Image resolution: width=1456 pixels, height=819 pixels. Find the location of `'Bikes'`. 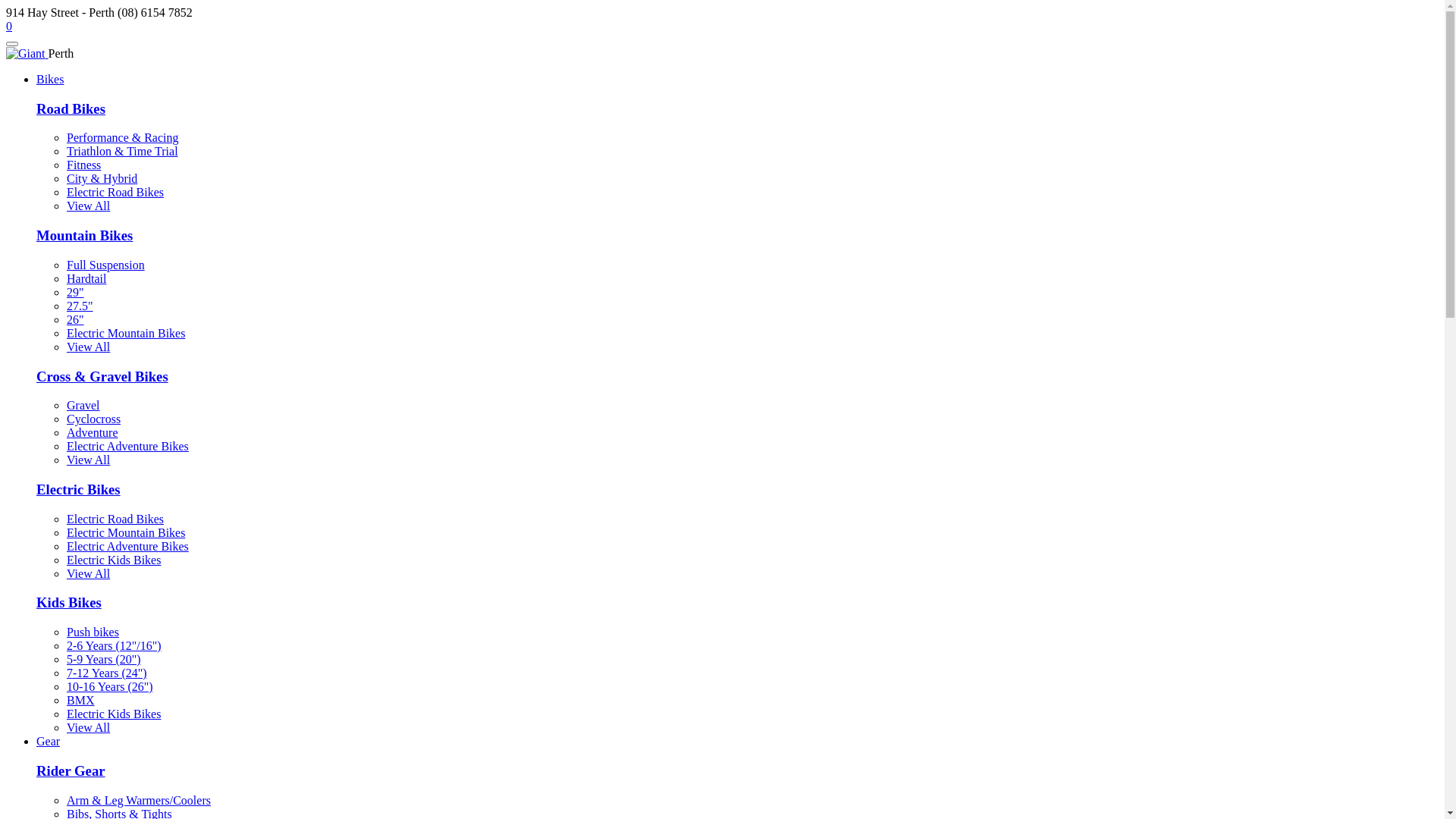

'Bikes' is located at coordinates (50, 79).